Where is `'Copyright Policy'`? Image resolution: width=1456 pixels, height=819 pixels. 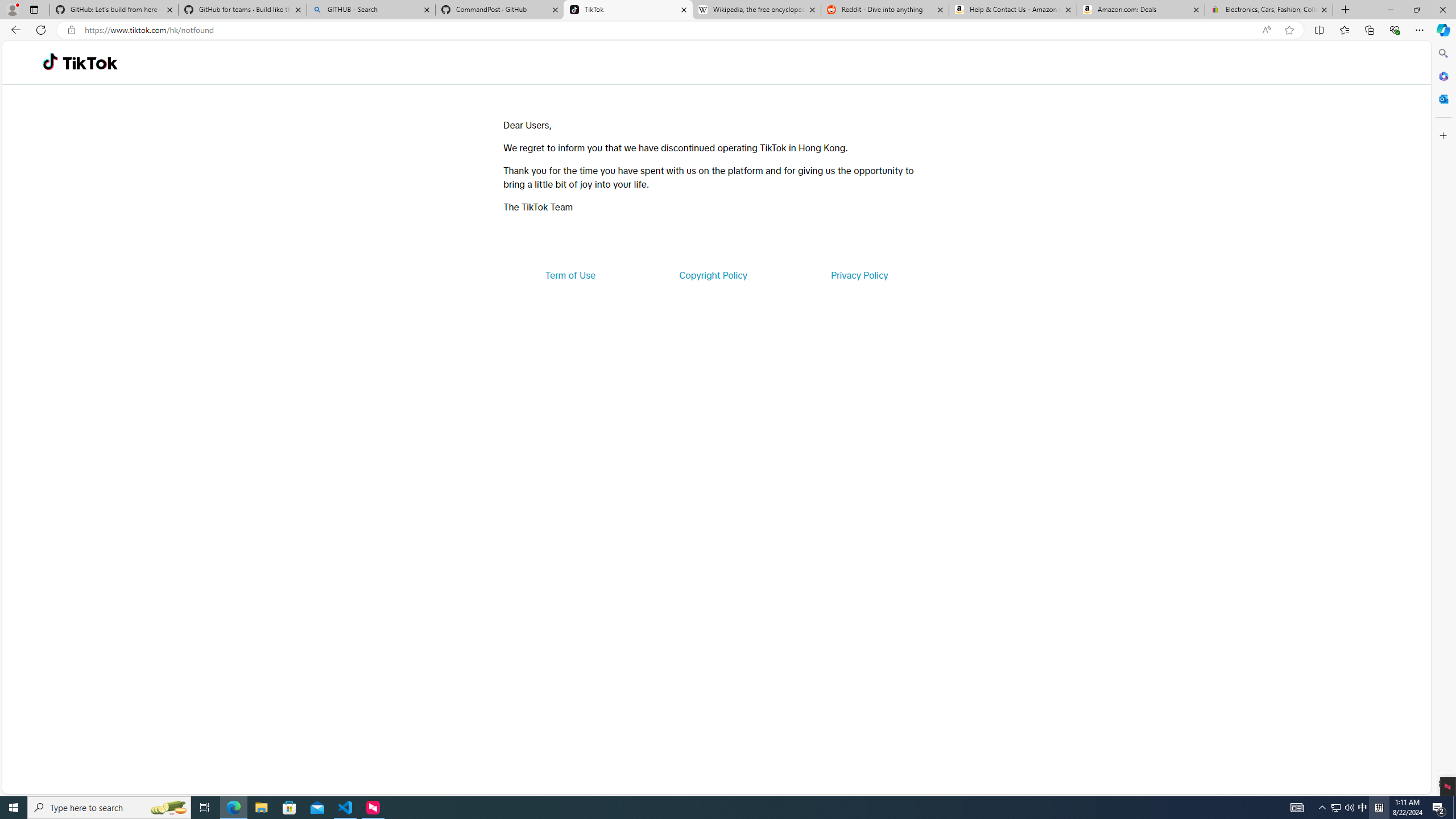
'Copyright Policy' is located at coordinates (712, 274).